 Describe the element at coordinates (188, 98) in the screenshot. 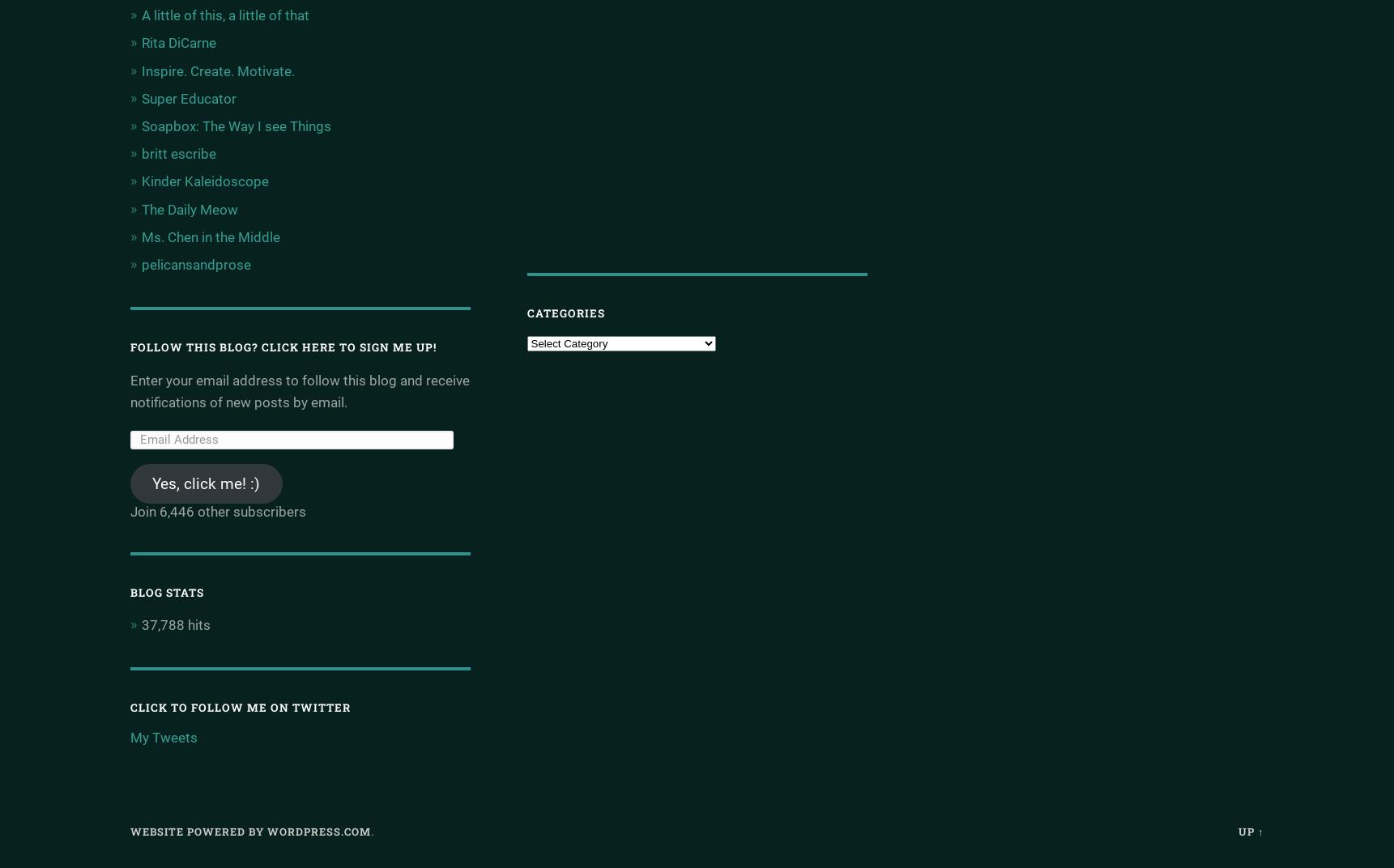

I see `'Super Educator'` at that location.